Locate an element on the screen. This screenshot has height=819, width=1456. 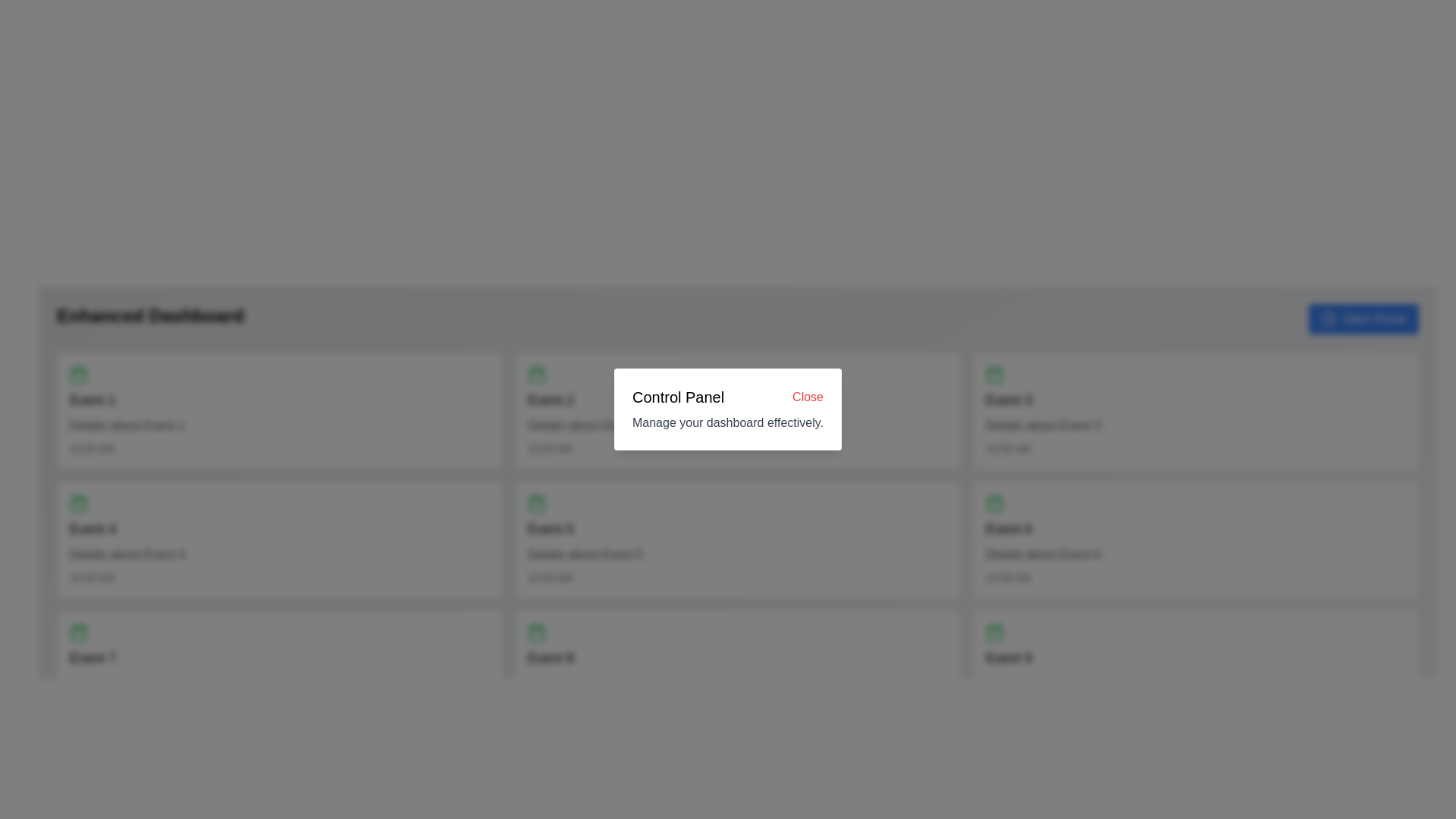
the Information Card that displays details about Event 3, located in the top-right corner of the grid layout is located at coordinates (1195, 411).